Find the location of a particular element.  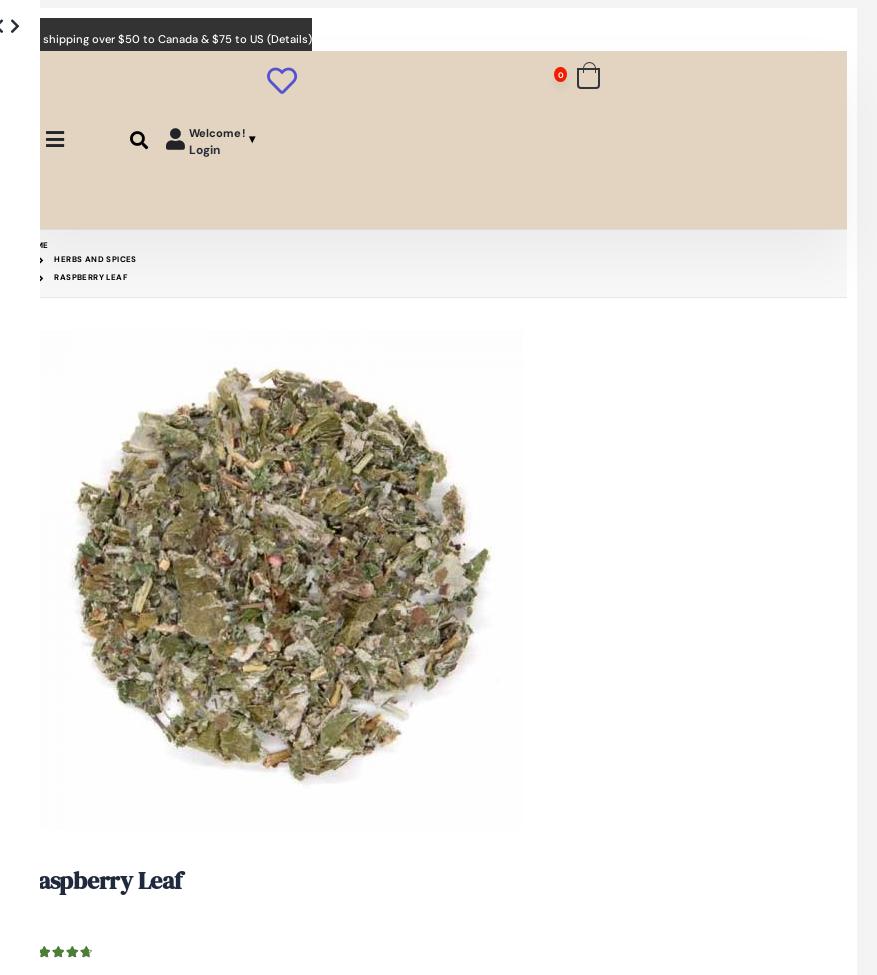

'Welcome!' is located at coordinates (215, 131).